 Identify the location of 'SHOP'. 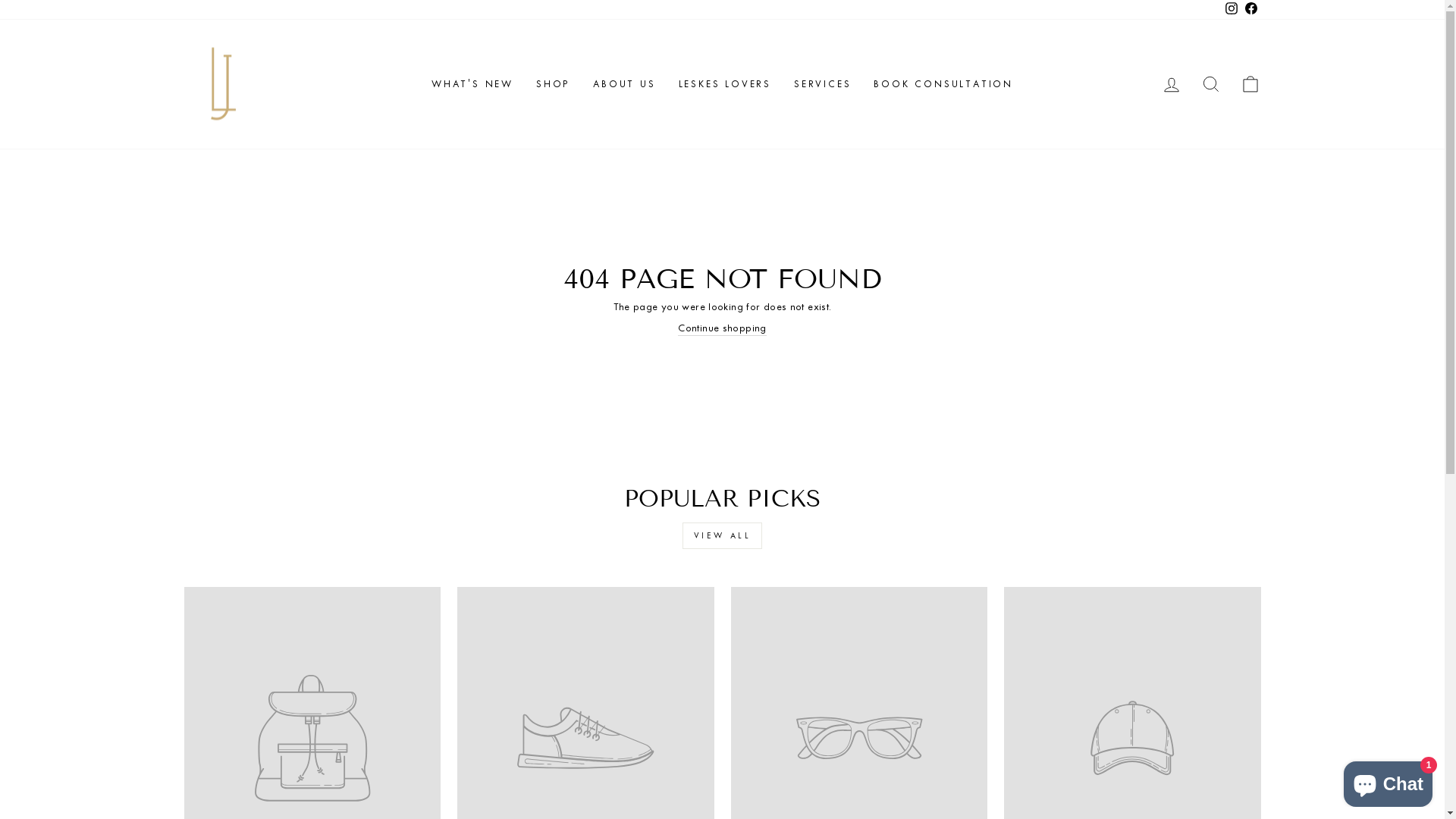
(524, 84).